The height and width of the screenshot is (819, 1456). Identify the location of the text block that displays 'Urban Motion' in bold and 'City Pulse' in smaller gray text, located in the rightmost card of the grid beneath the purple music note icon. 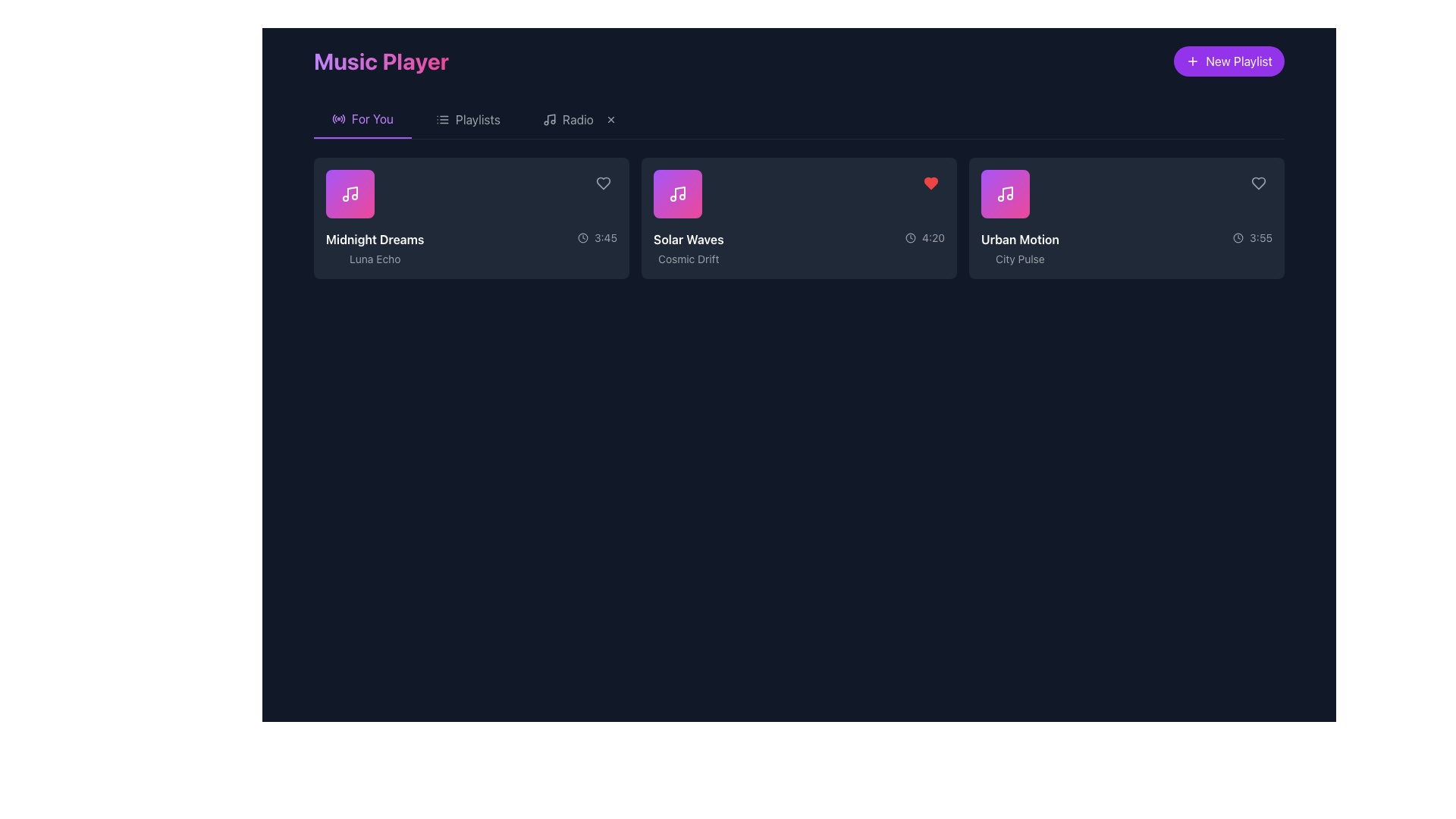
(1020, 247).